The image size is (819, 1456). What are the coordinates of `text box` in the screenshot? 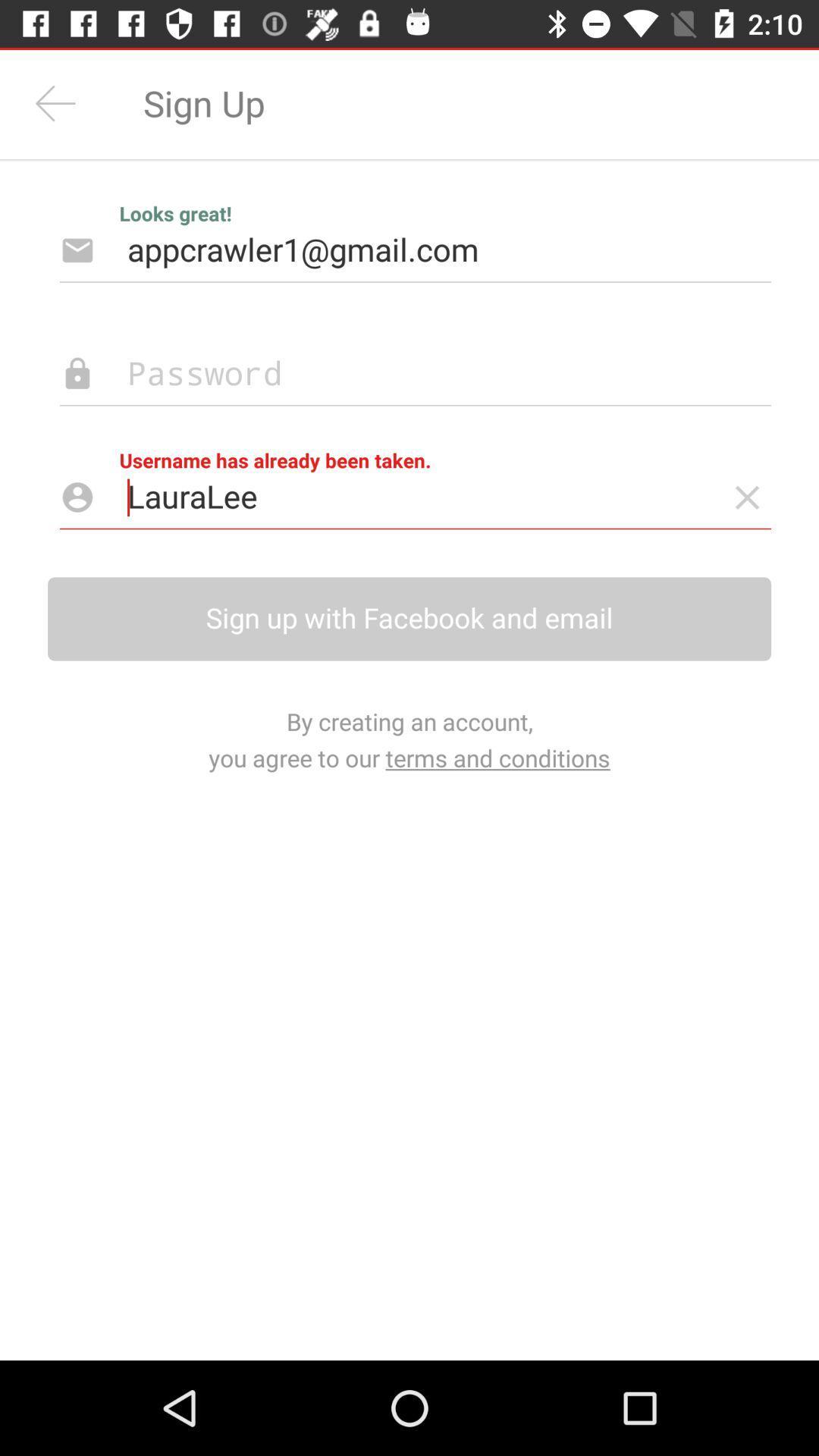 It's located at (391, 374).